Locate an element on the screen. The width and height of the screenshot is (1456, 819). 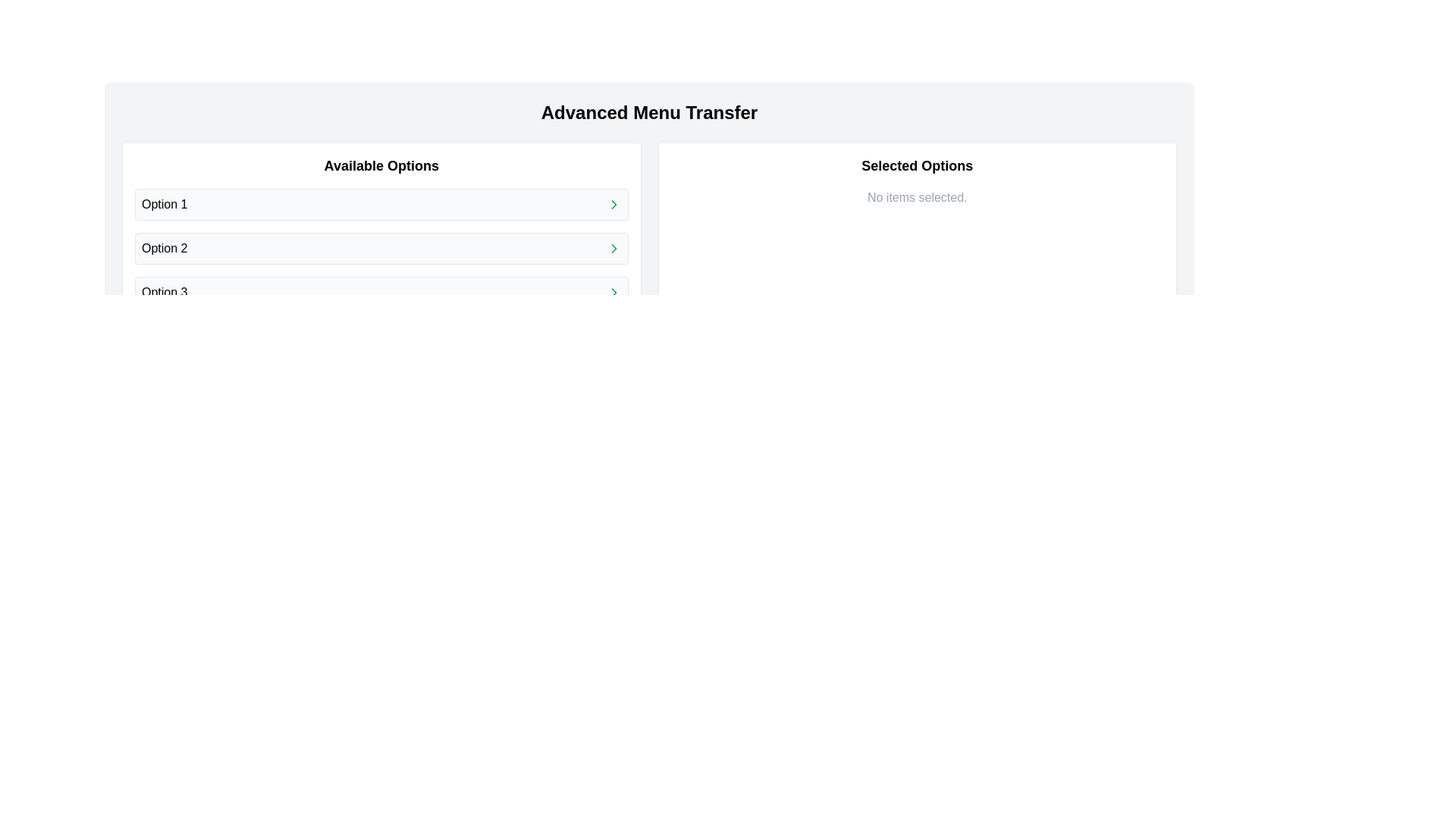
the button positioned to the right of the text 'Option 1' in the 'Available Options' section is located at coordinates (613, 205).